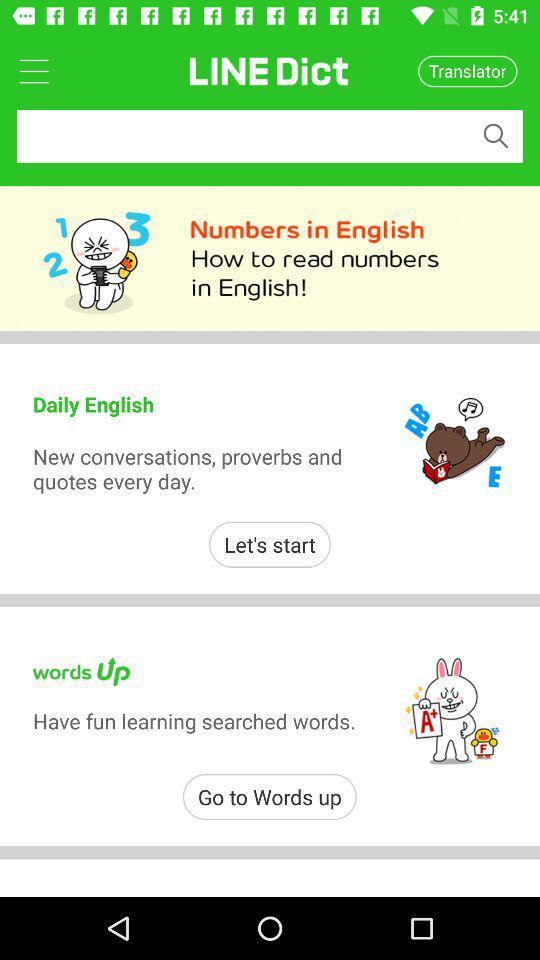 The height and width of the screenshot is (960, 540). Describe the element at coordinates (270, 257) in the screenshot. I see `numbers in english` at that location.